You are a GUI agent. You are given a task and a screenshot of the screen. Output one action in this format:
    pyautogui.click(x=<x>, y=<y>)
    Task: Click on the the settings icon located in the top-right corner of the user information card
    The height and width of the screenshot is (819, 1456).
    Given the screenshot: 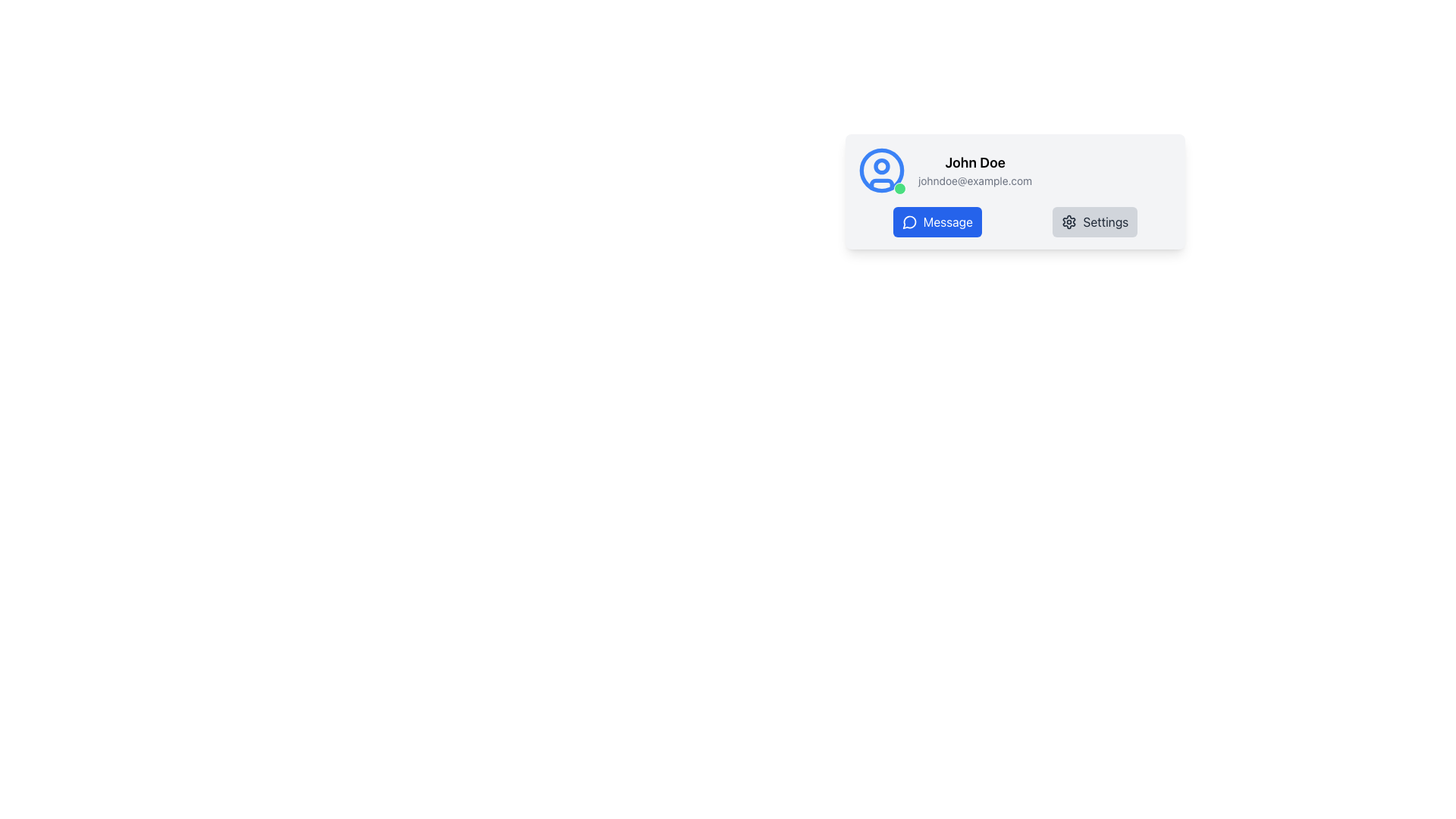 What is the action you would take?
    pyautogui.click(x=1068, y=222)
    